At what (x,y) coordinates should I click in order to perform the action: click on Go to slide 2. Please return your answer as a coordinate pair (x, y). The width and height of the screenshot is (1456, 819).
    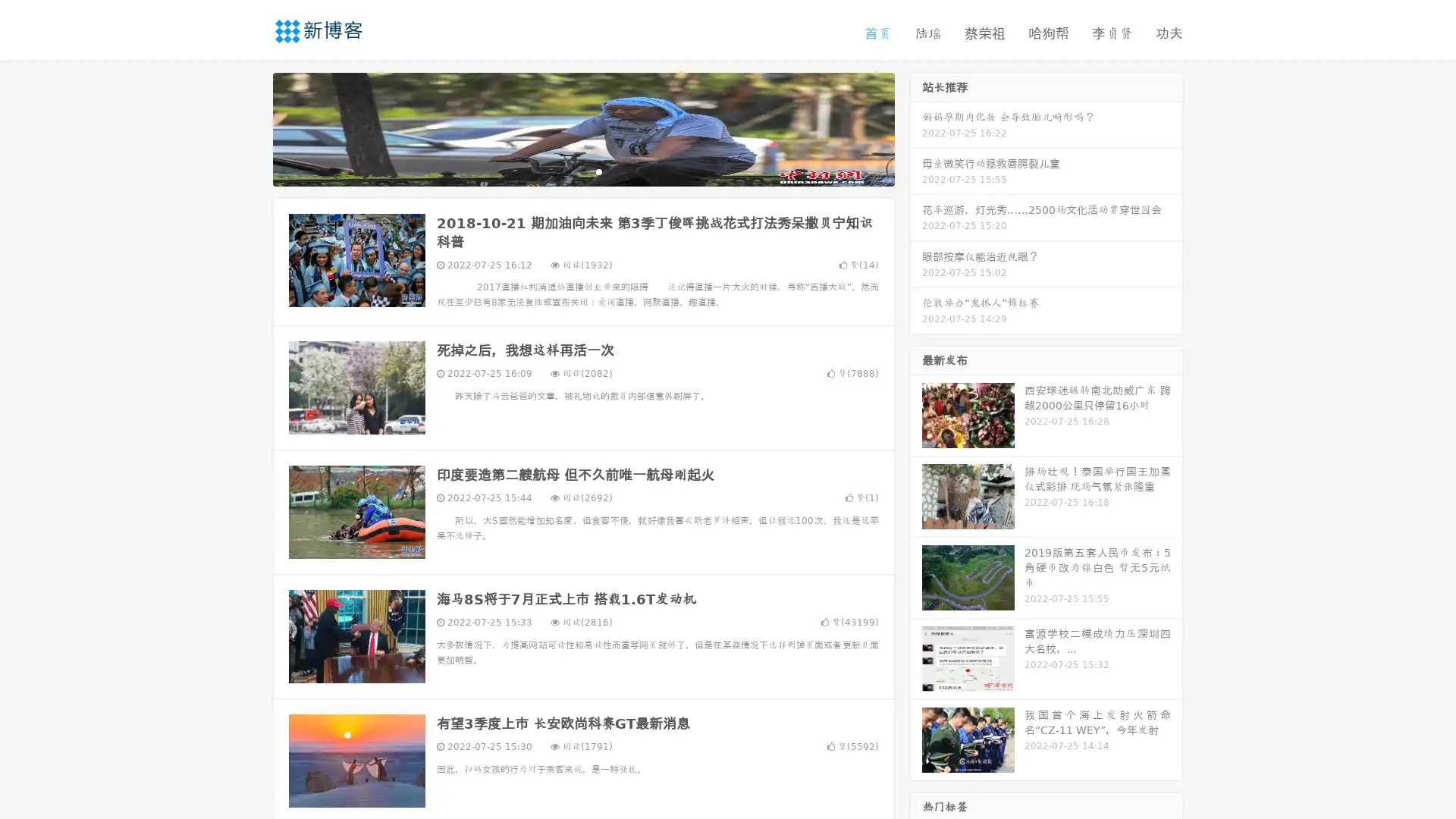
    Looking at the image, I should click on (582, 171).